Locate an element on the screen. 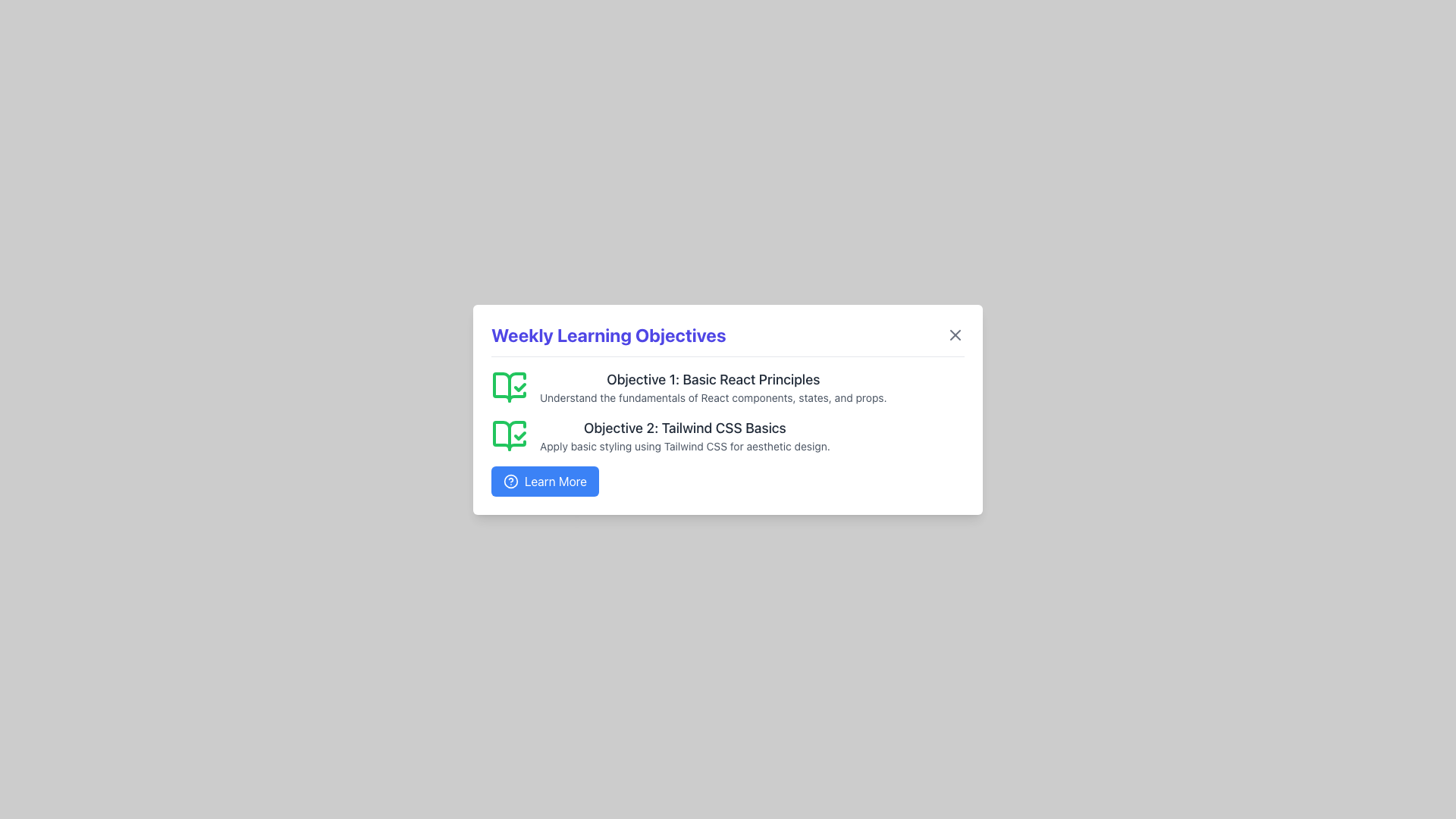  the green open book icon with a check mark, located to the left of the text 'Objective 2: Tailwind CSS Basics', for visual representation is located at coordinates (510, 435).